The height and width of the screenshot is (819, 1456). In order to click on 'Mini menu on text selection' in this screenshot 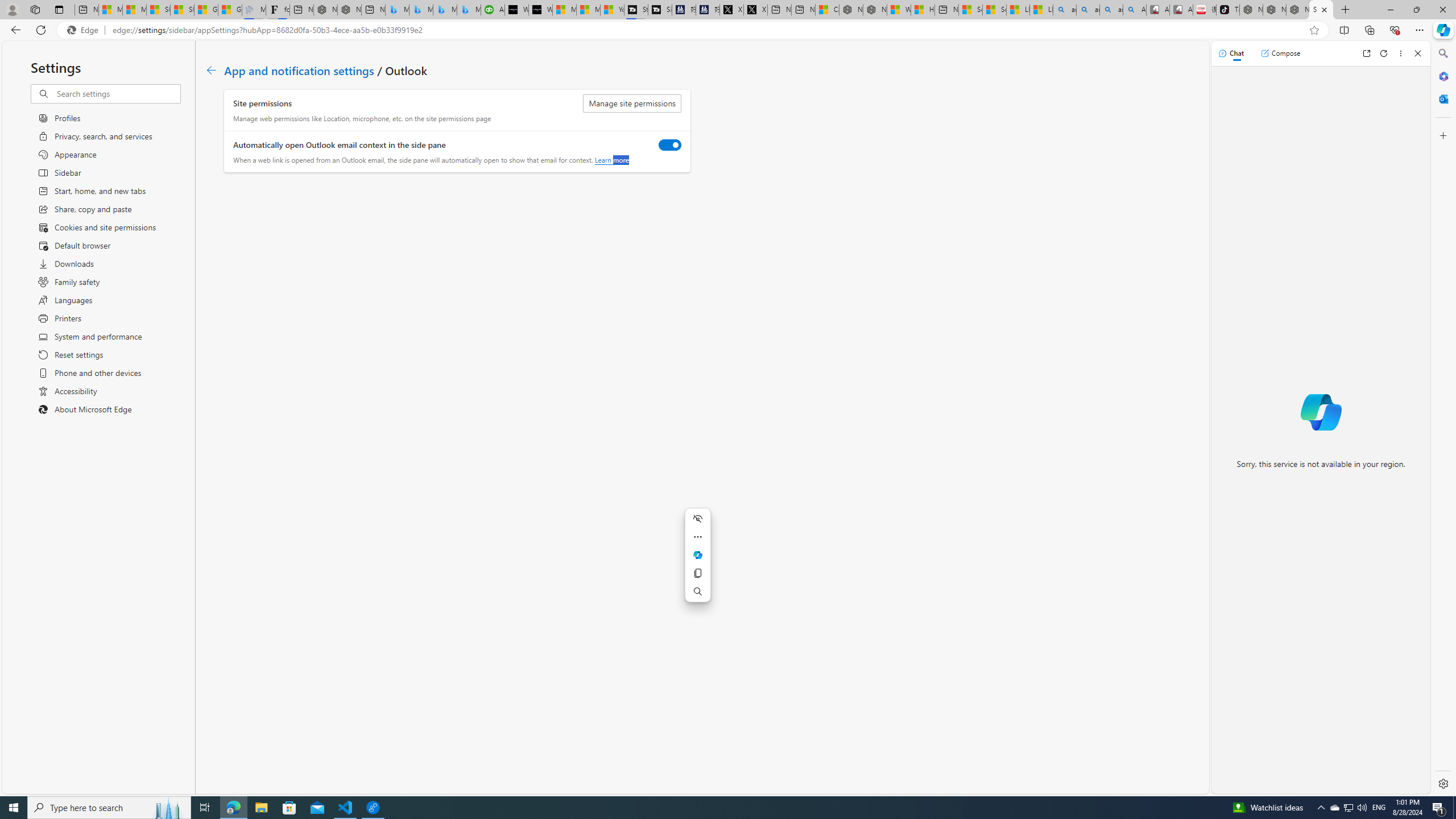, I will do `click(698, 555)`.